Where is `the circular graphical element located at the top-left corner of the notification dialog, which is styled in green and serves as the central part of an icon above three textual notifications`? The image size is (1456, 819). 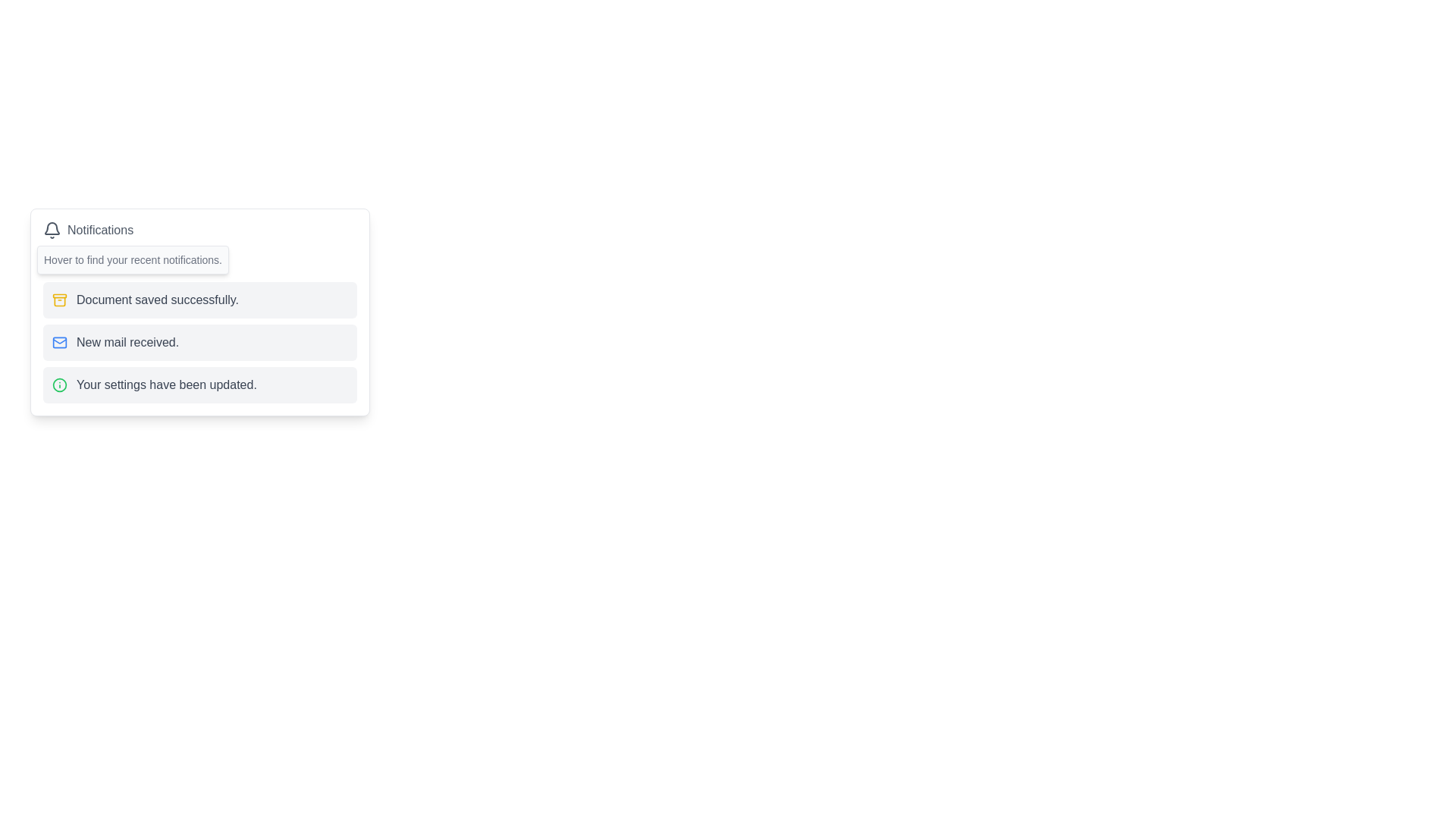 the circular graphical element located at the top-left corner of the notification dialog, which is styled in green and serves as the central part of an icon above three textual notifications is located at coordinates (59, 383).